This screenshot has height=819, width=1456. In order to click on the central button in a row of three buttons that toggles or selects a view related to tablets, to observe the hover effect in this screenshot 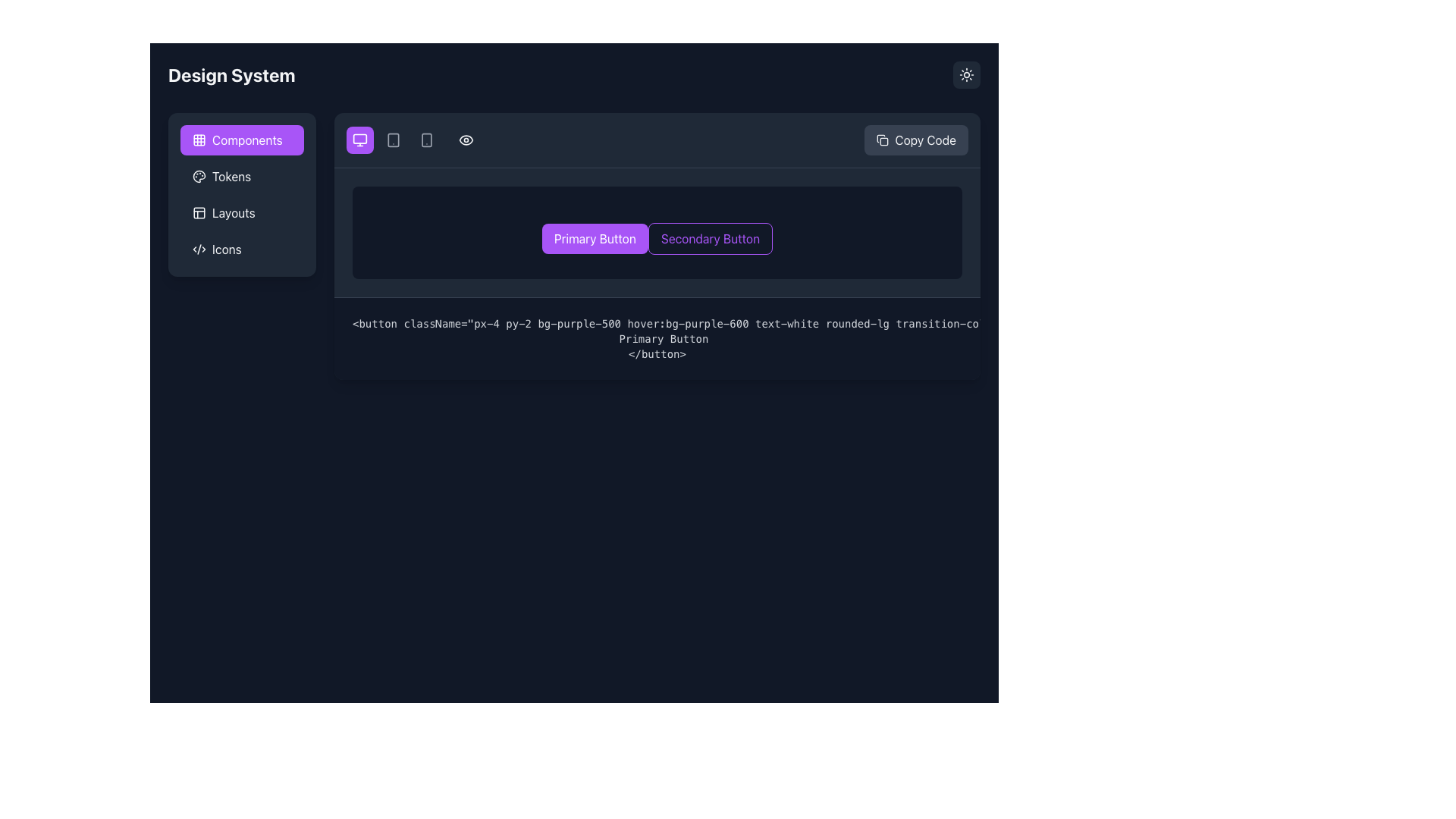, I will do `click(393, 140)`.